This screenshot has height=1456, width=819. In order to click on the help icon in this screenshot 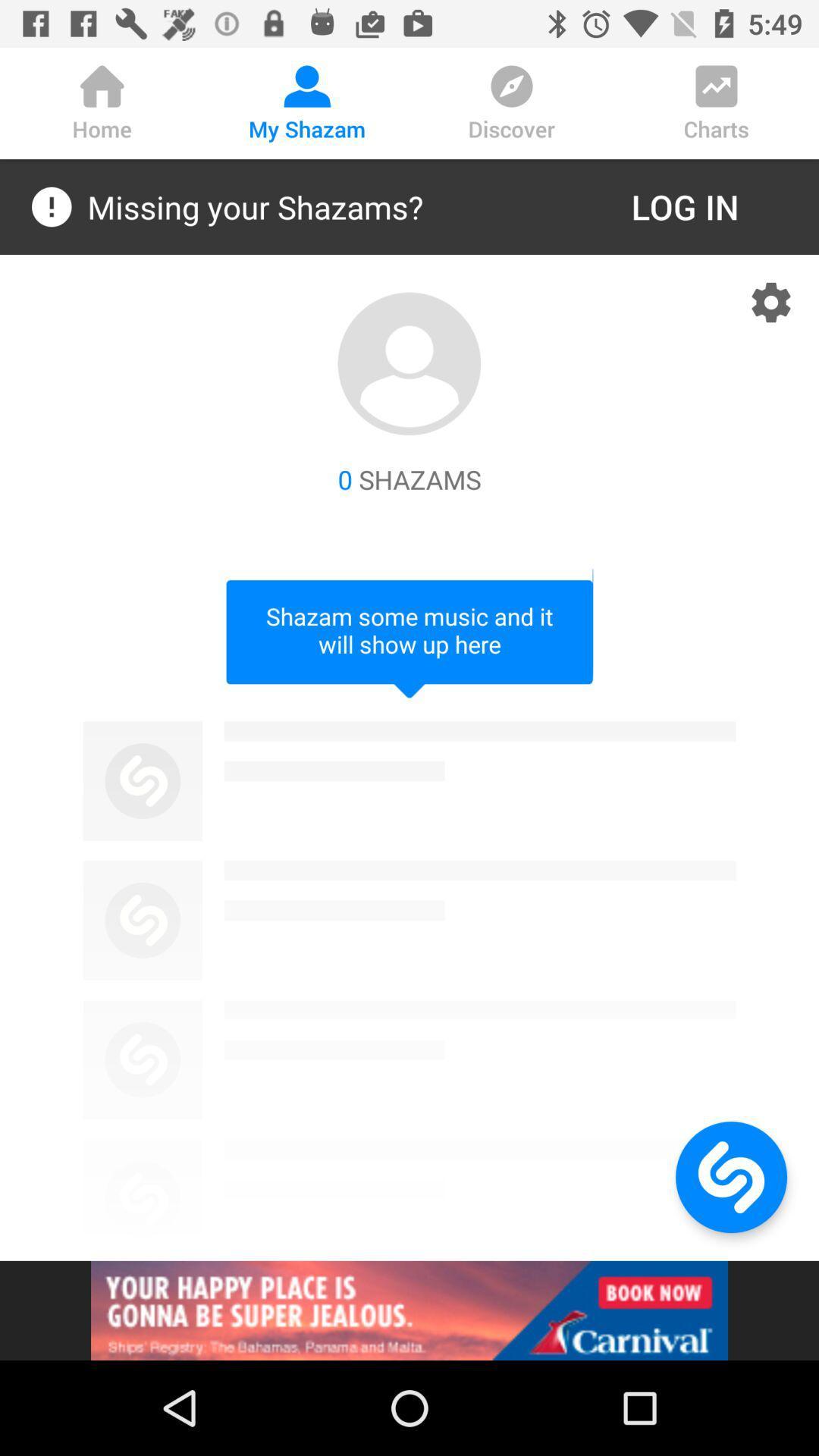, I will do `click(730, 1176)`.